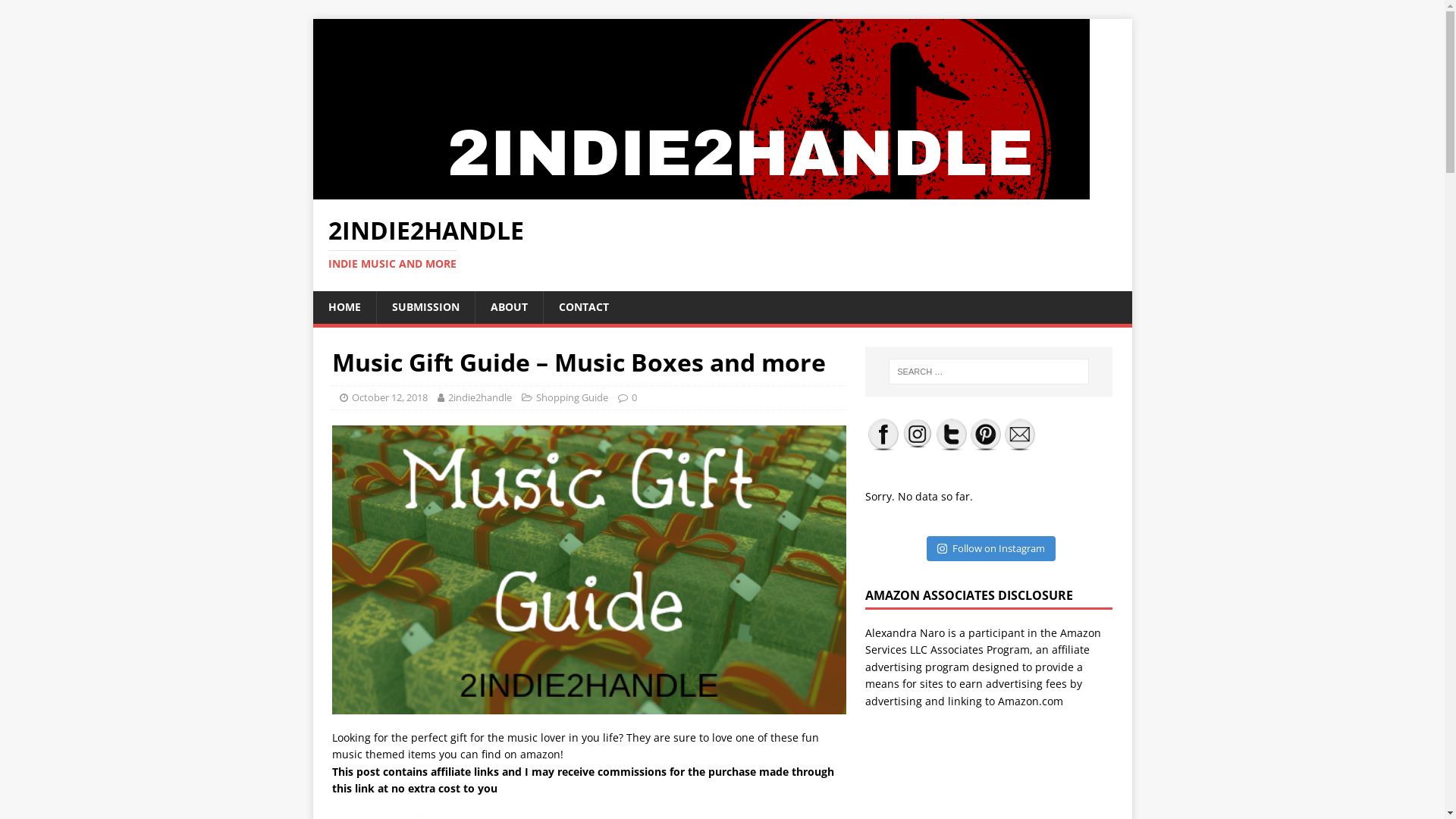 The image size is (1456, 819). Describe the element at coordinates (971, 434) in the screenshot. I see `'Pinterest'` at that location.